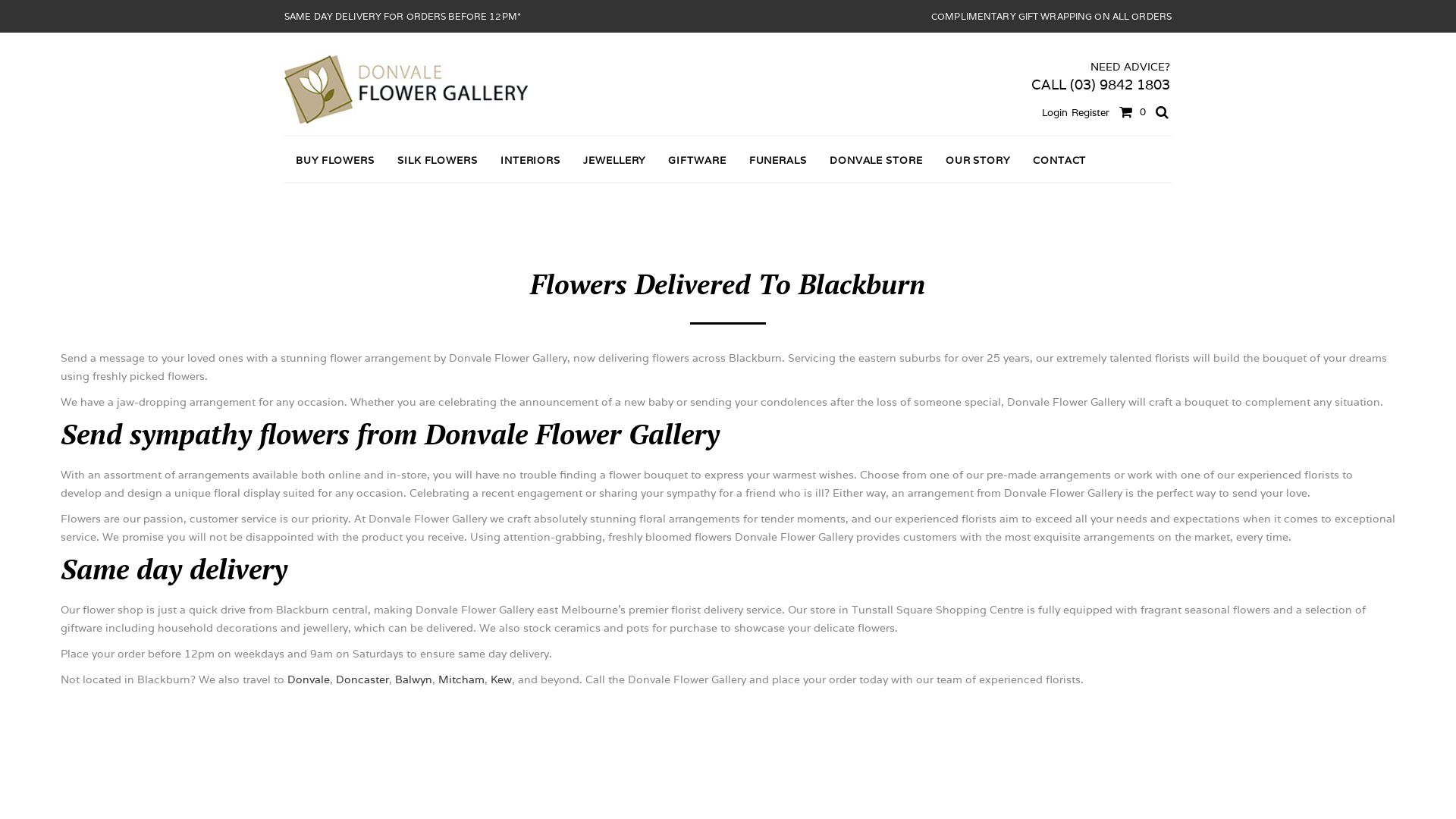  What do you see at coordinates (1054, 111) in the screenshot?
I see `'Login'` at bounding box center [1054, 111].